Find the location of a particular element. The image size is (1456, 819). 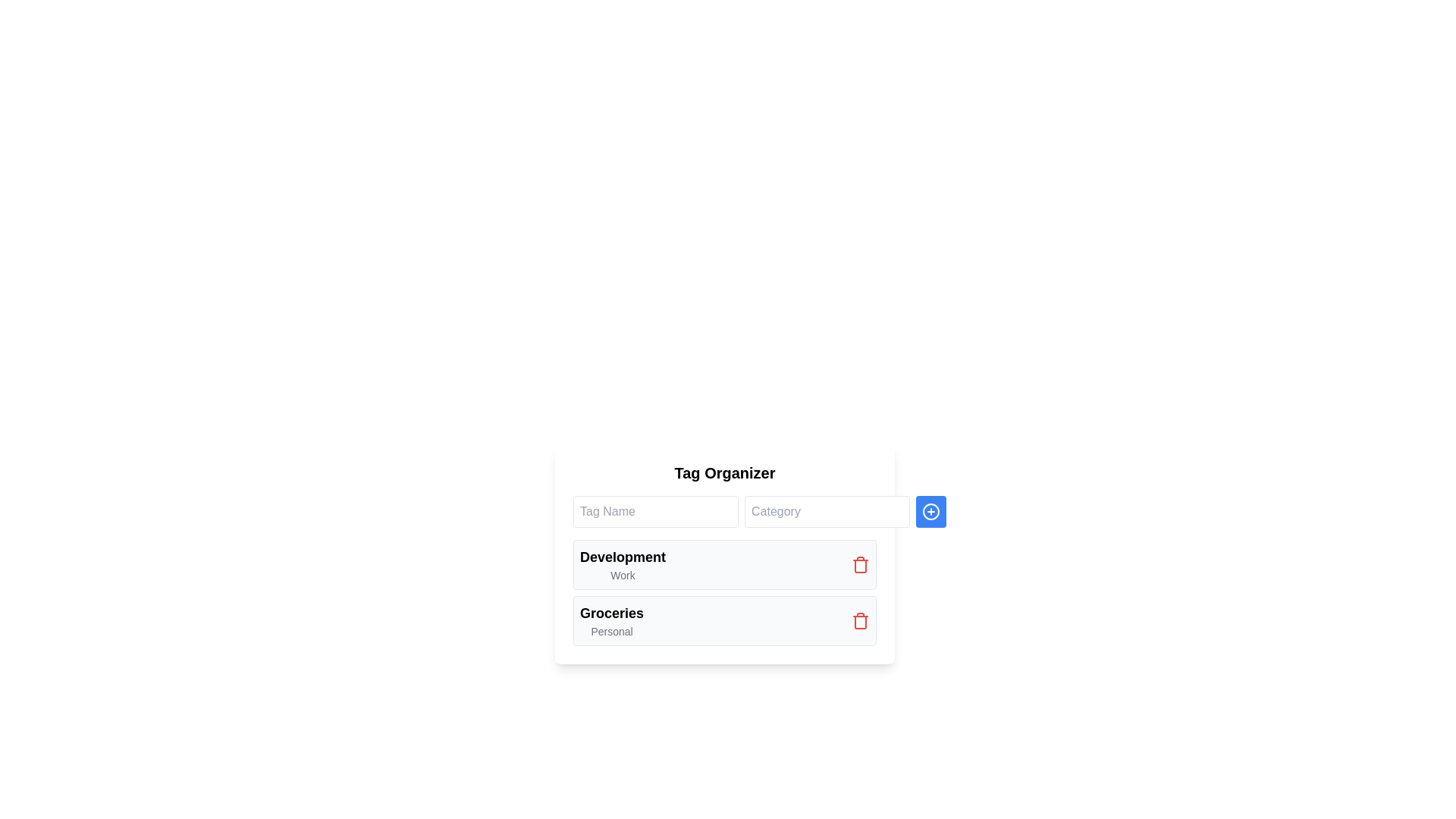

the blue rectangular button with a white circular plus icon is located at coordinates (930, 512).